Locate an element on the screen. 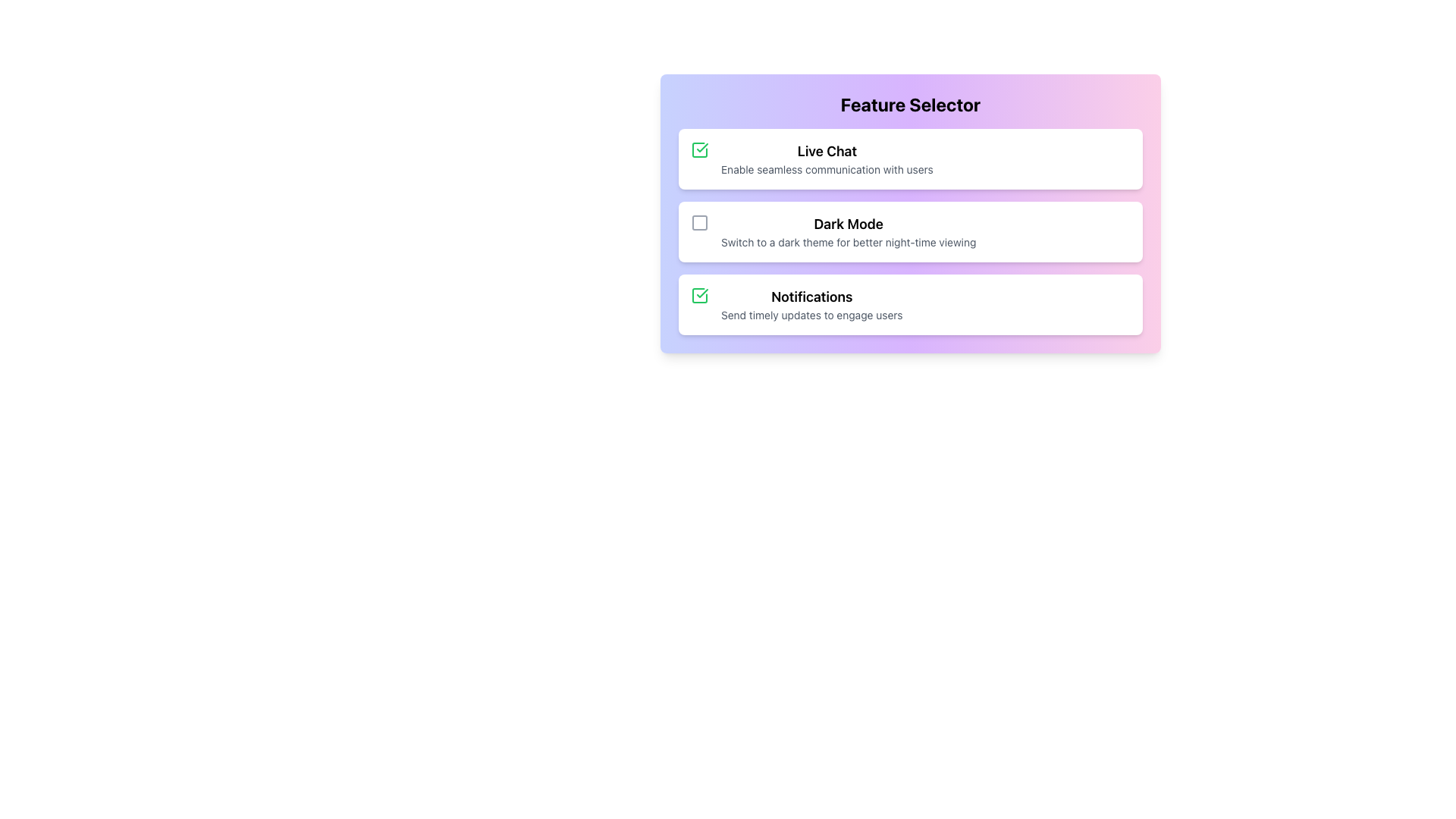  the text label providing supplementary information for the 'Live Chat' feature, which is positioned directly below the title 'Live Chat' in the 'Feature Selector' section is located at coordinates (826, 169).